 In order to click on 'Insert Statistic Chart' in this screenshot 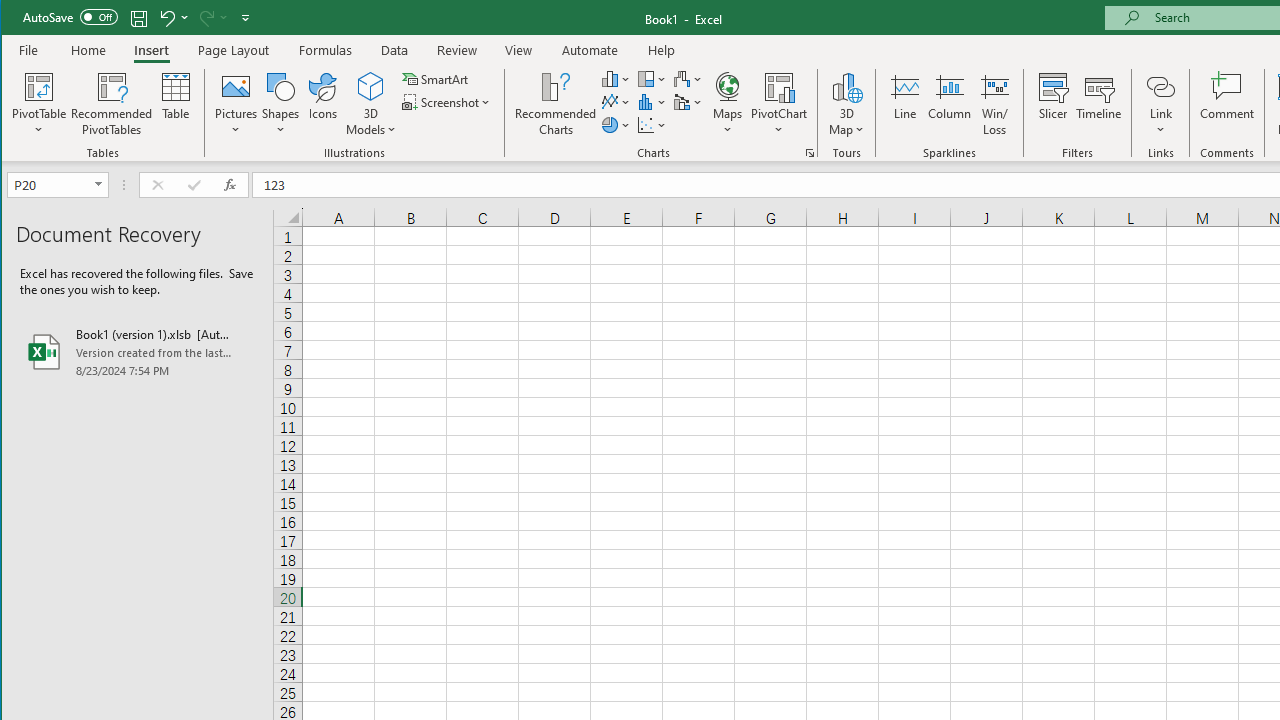, I will do `click(652, 102)`.